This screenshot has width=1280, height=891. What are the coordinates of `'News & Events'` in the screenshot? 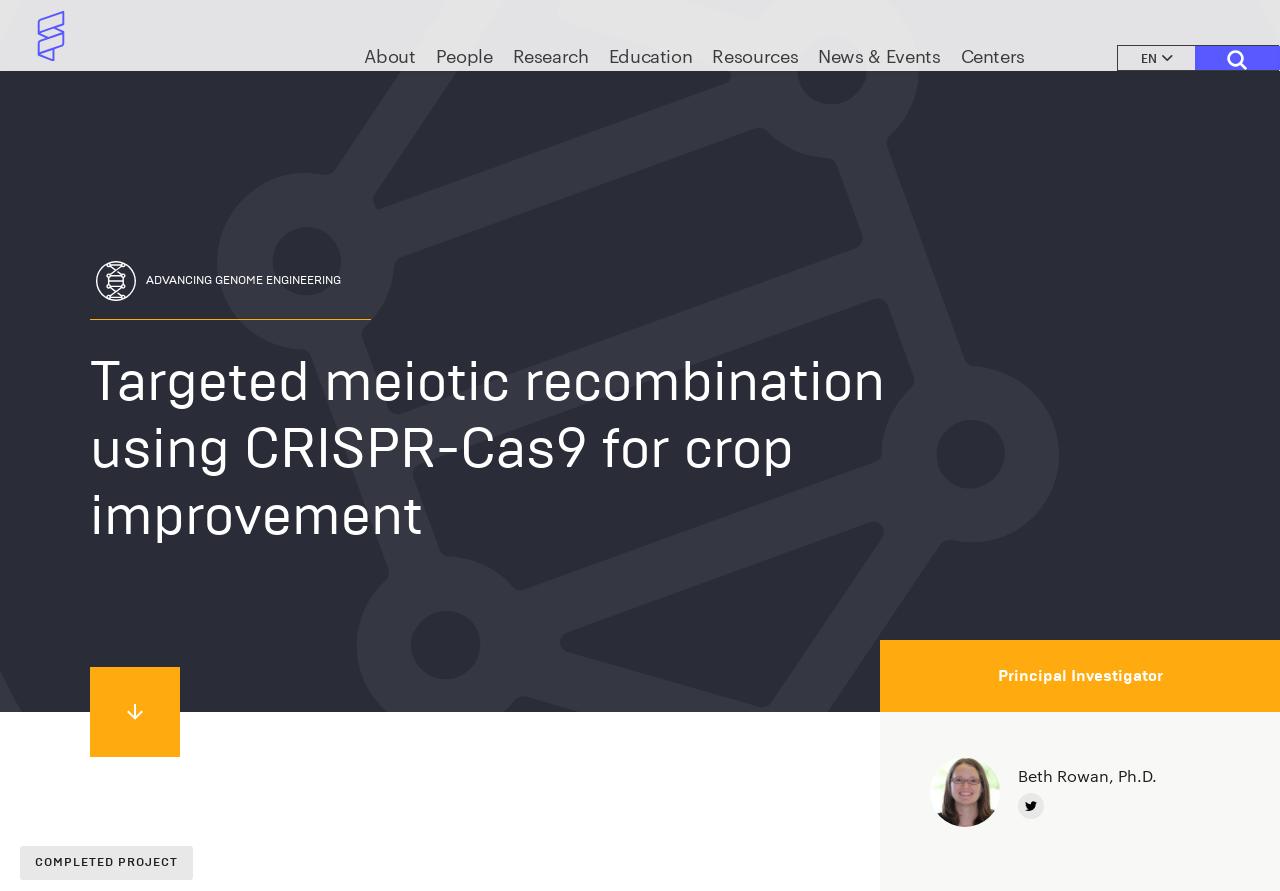 It's located at (878, 81).